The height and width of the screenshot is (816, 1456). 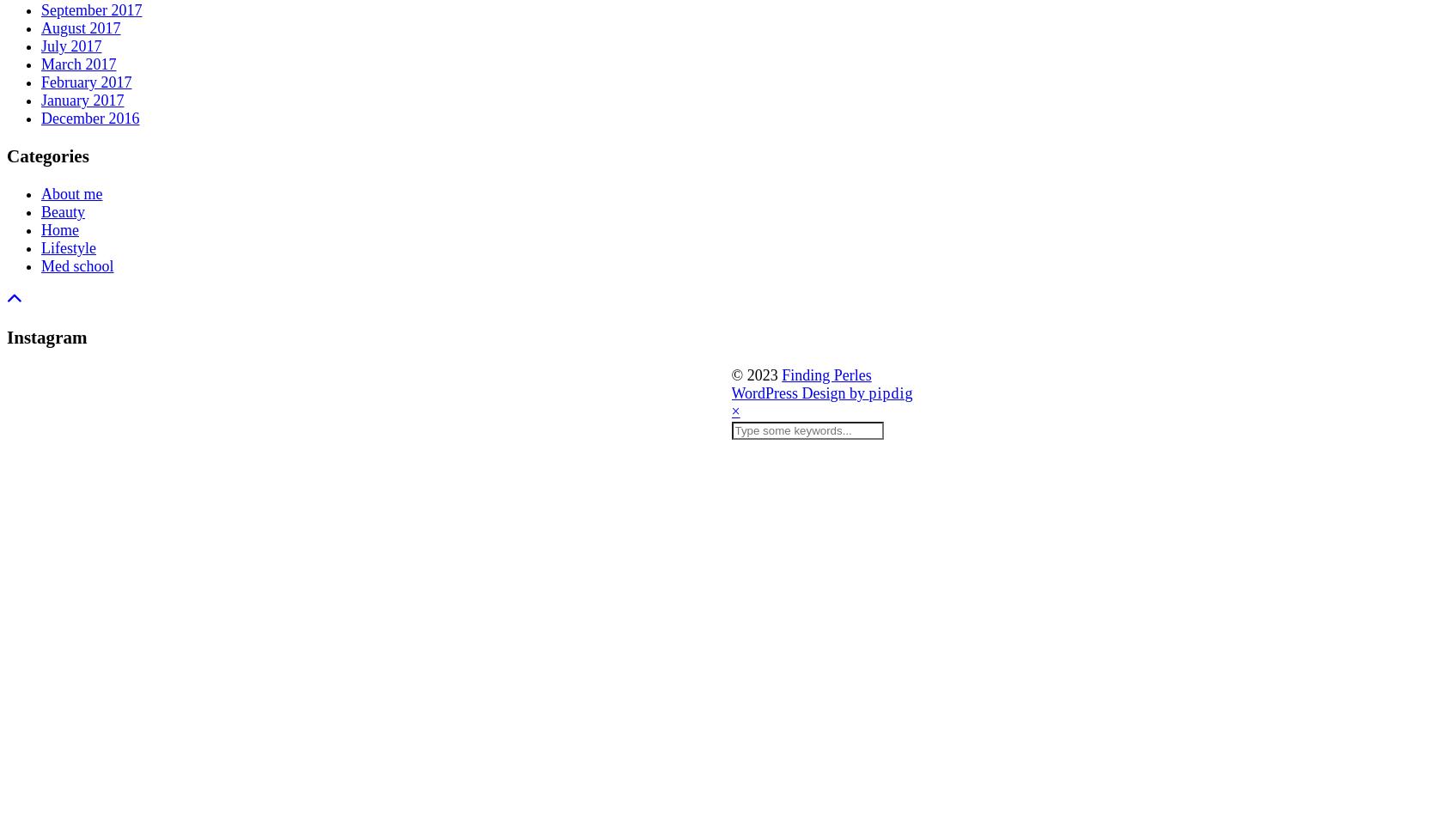 I want to click on 'March 2017', so click(x=77, y=64).